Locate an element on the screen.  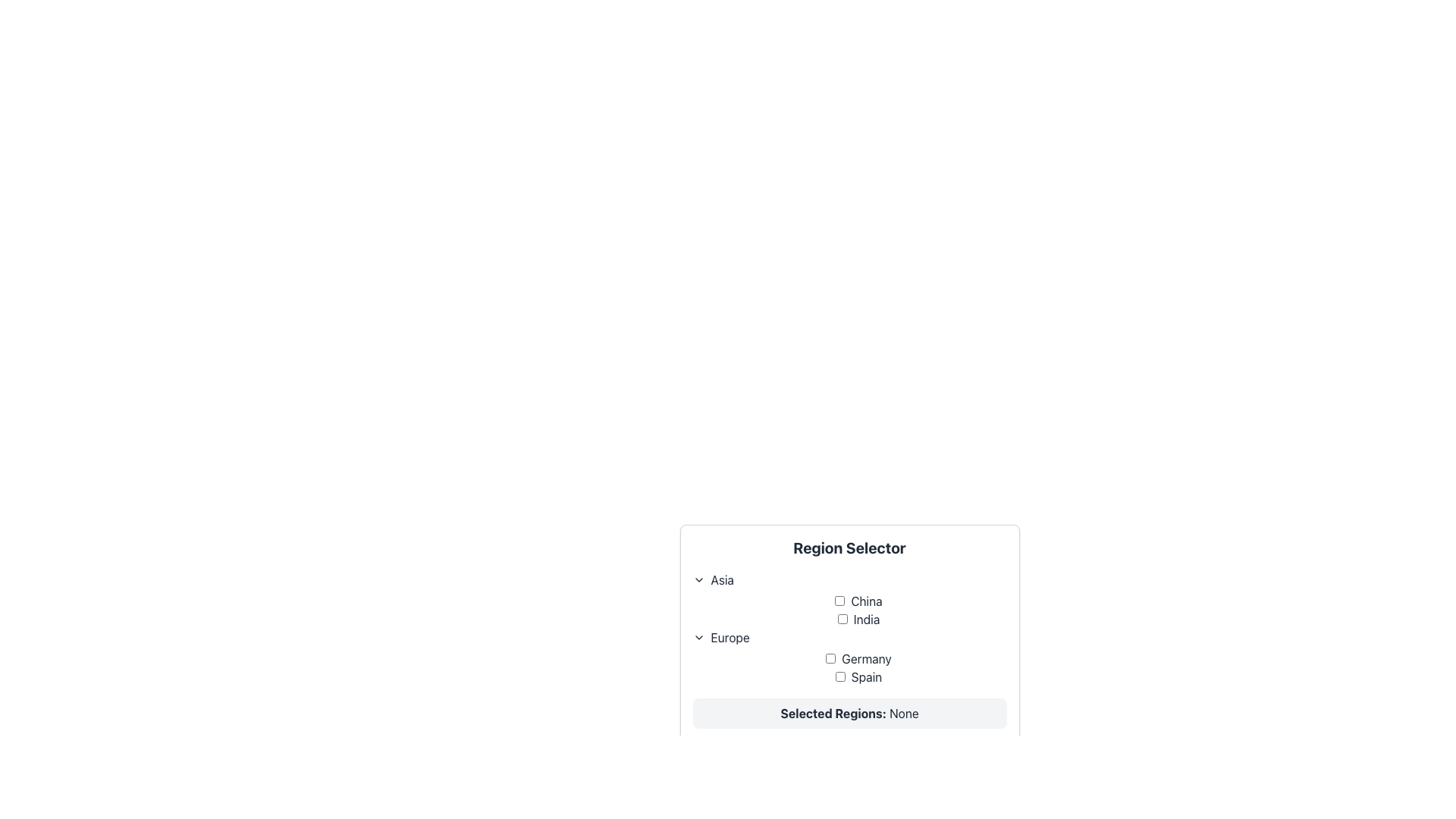
the checkbox next to 'Germany' in the 'Region Selector' interface is located at coordinates (849, 667).